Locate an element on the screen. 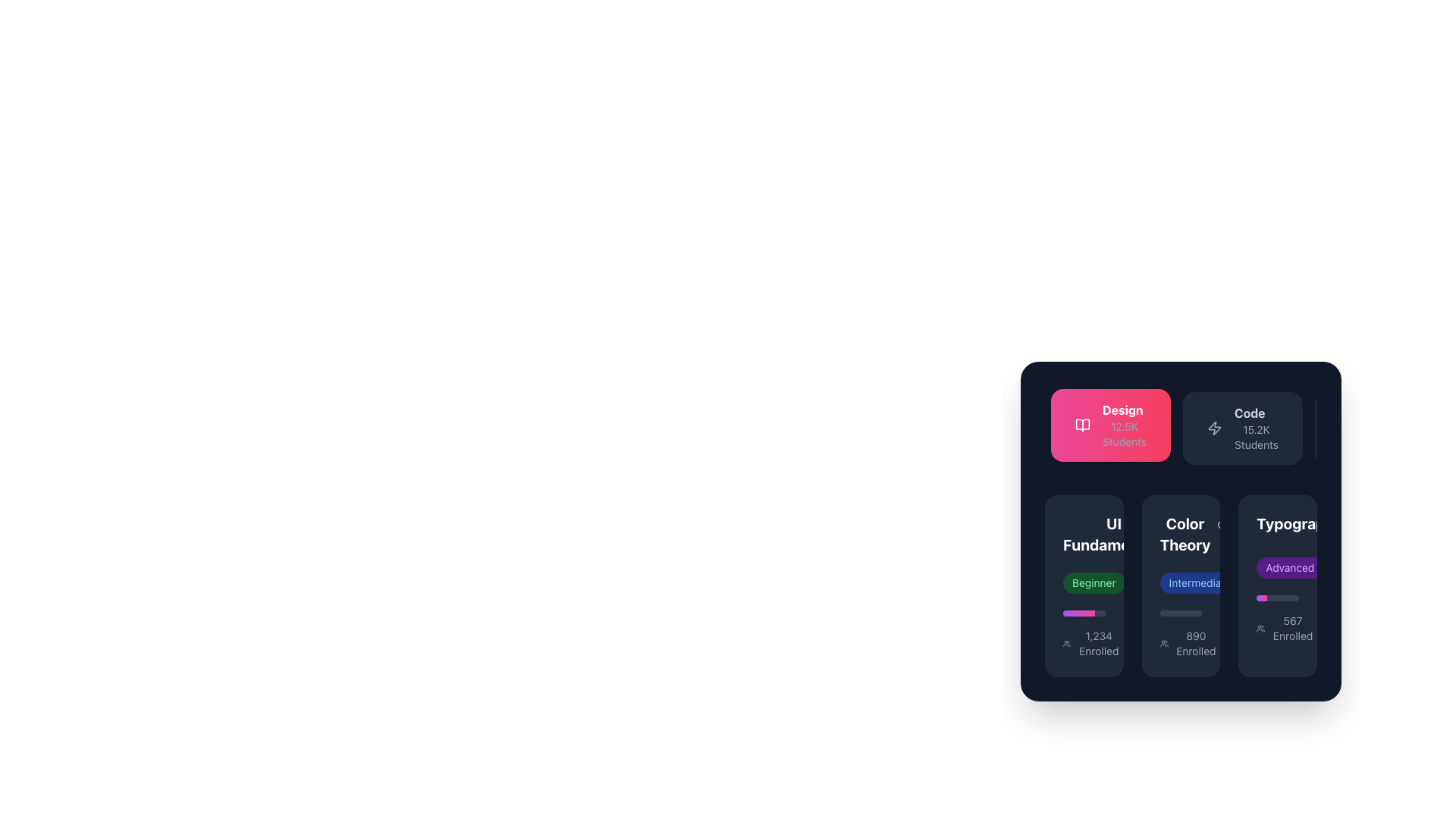 The image size is (1456, 819). the 'Color Theory' card is located at coordinates (1180, 531).